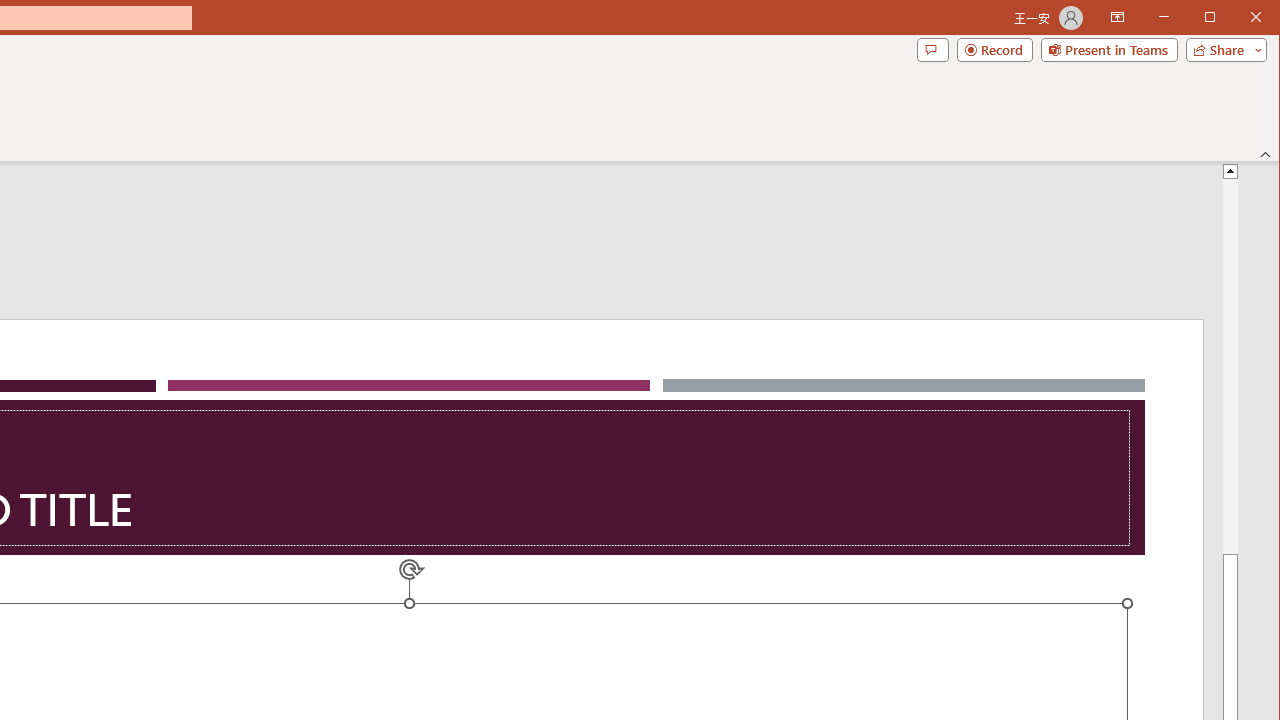 The width and height of the screenshot is (1280, 720). What do you see at coordinates (1221, 49) in the screenshot?
I see `'Share'` at bounding box center [1221, 49].